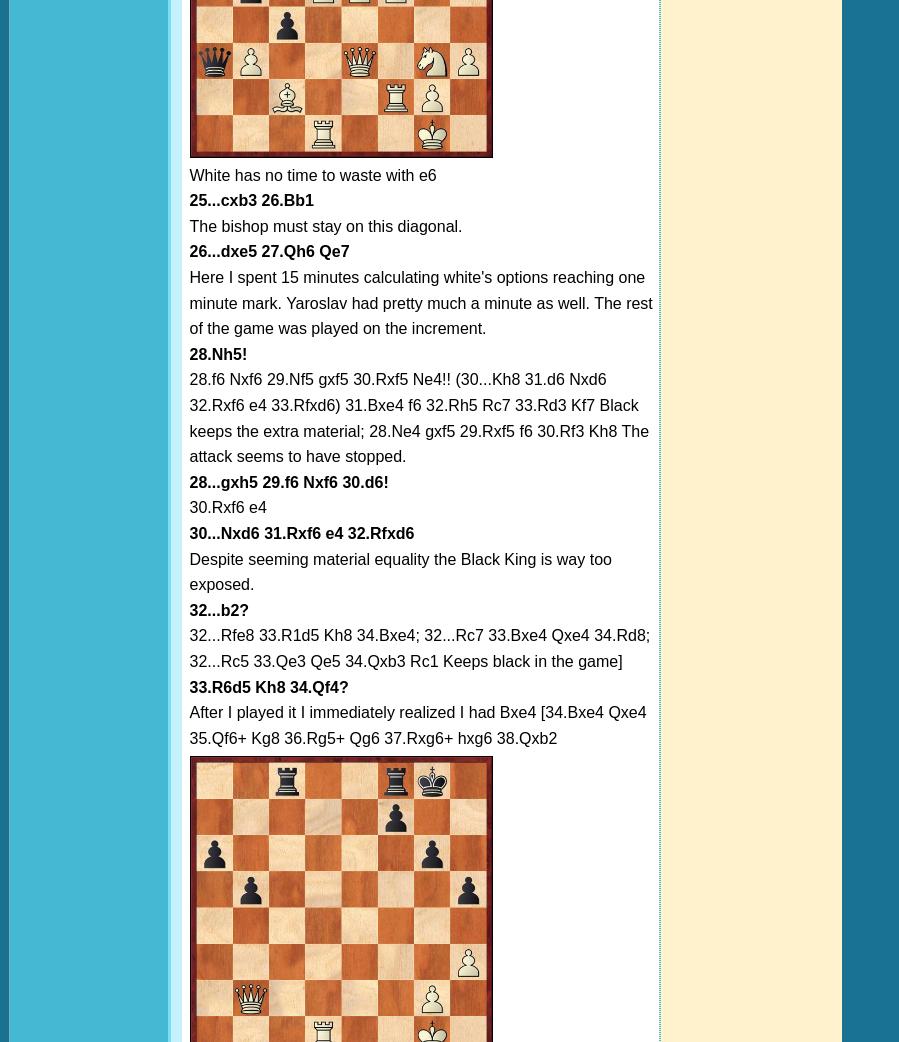  I want to click on '32...b2?', so click(218, 609).